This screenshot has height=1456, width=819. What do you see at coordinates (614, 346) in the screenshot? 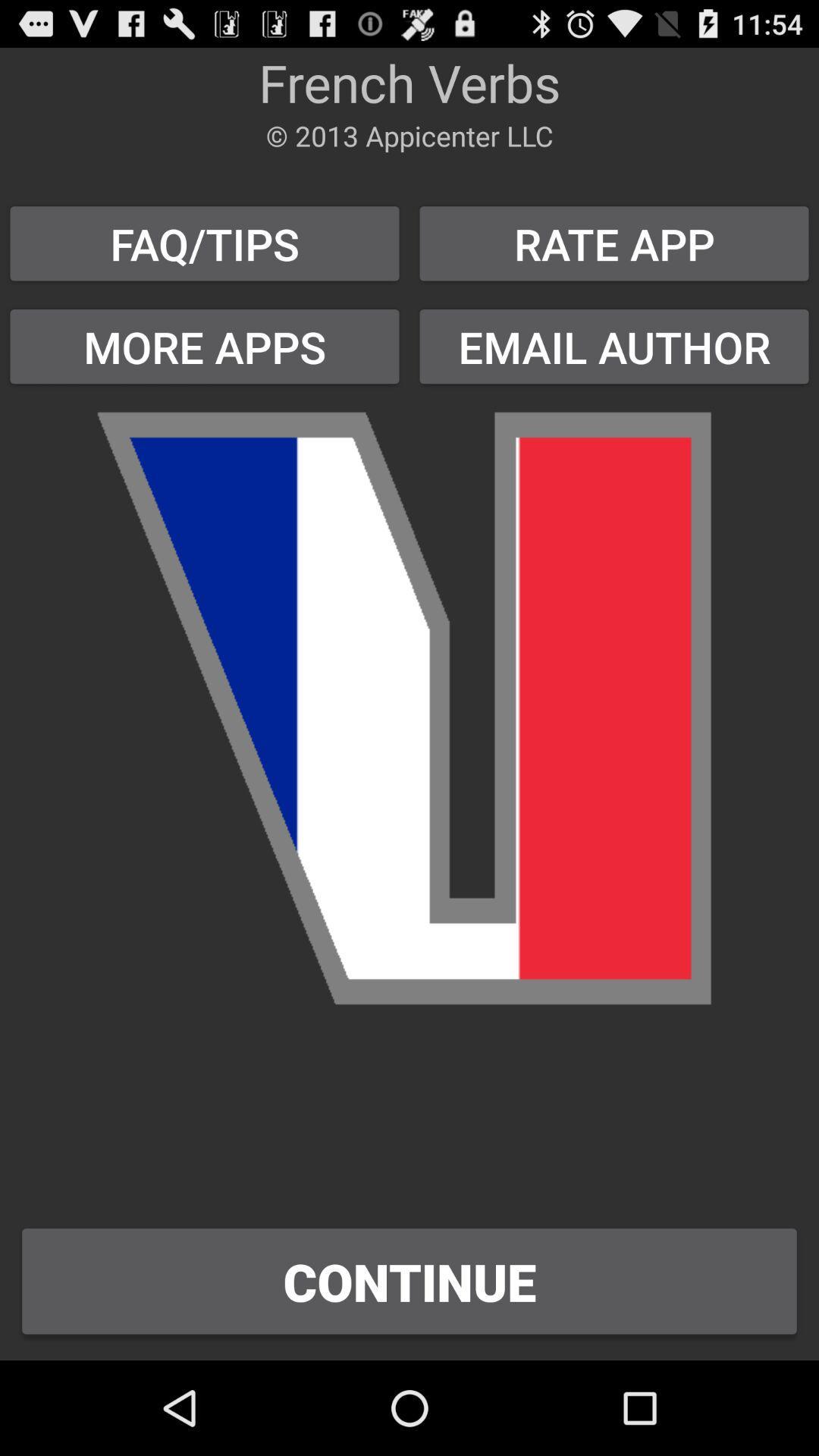
I see `button to the right of the faq/tips button` at bounding box center [614, 346].